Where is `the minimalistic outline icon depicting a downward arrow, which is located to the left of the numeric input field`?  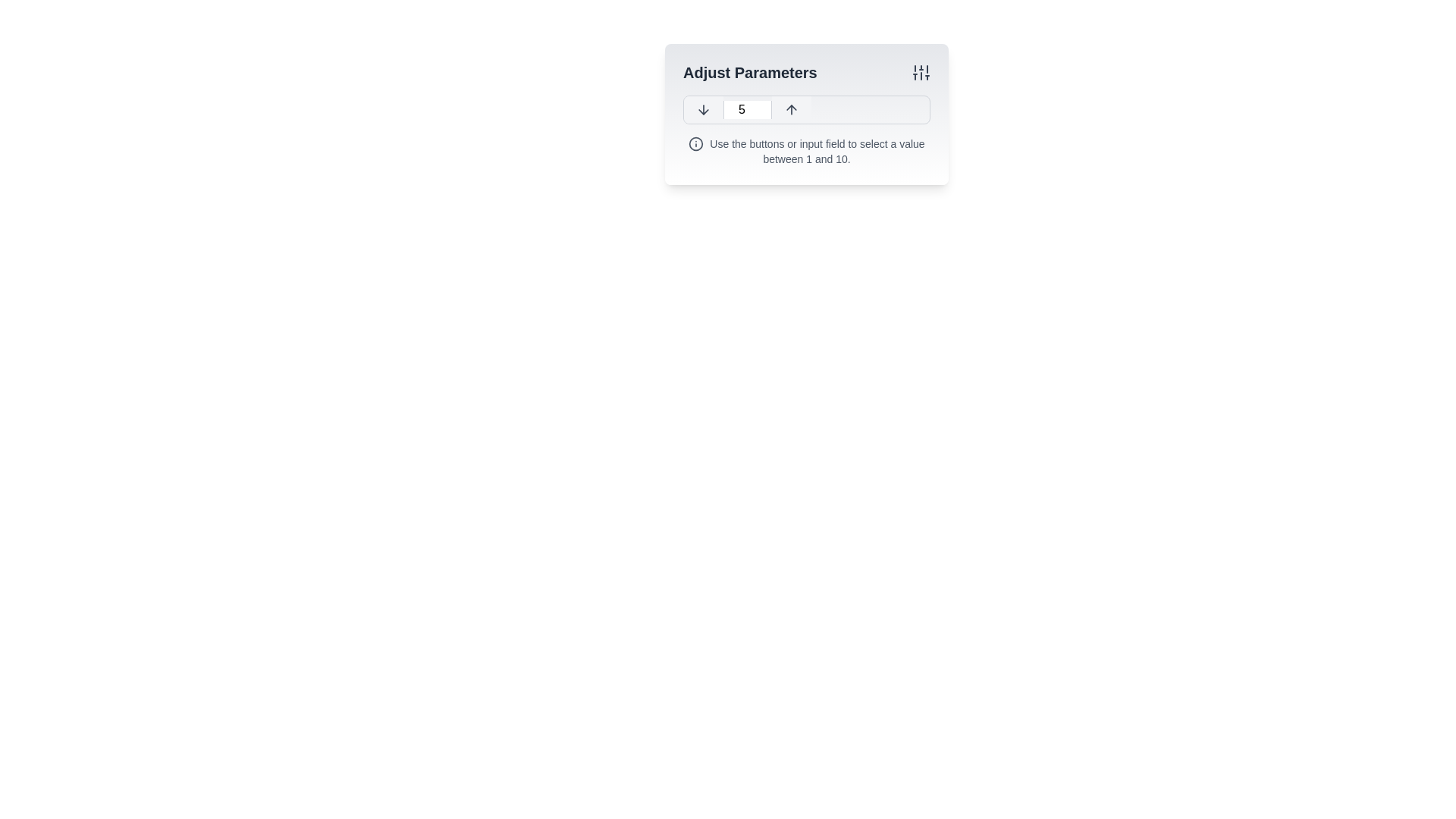
the minimalistic outline icon depicting a downward arrow, which is located to the left of the numeric input field is located at coordinates (702, 109).